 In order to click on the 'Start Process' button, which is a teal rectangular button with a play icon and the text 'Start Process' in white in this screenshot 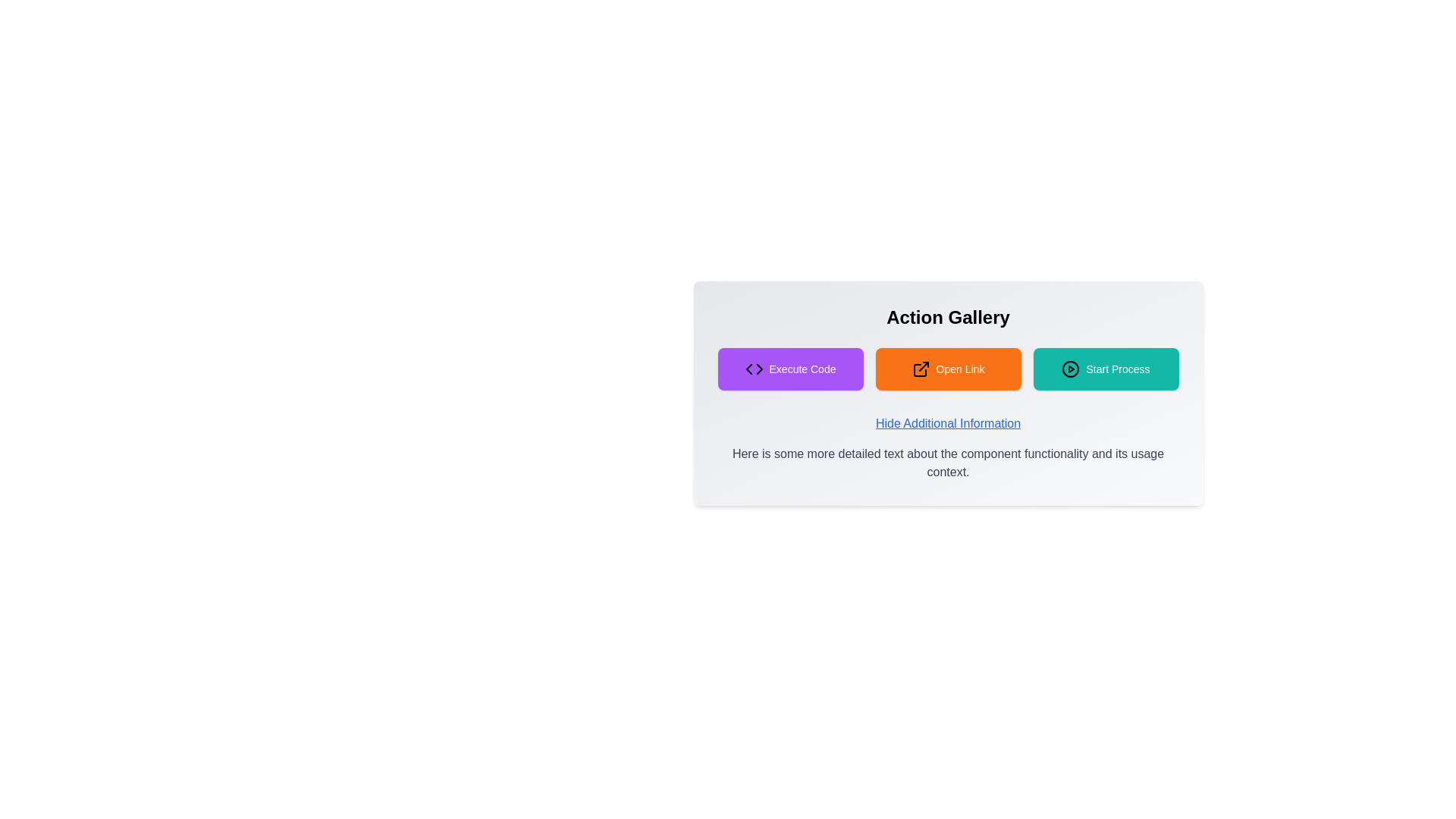, I will do `click(1106, 369)`.